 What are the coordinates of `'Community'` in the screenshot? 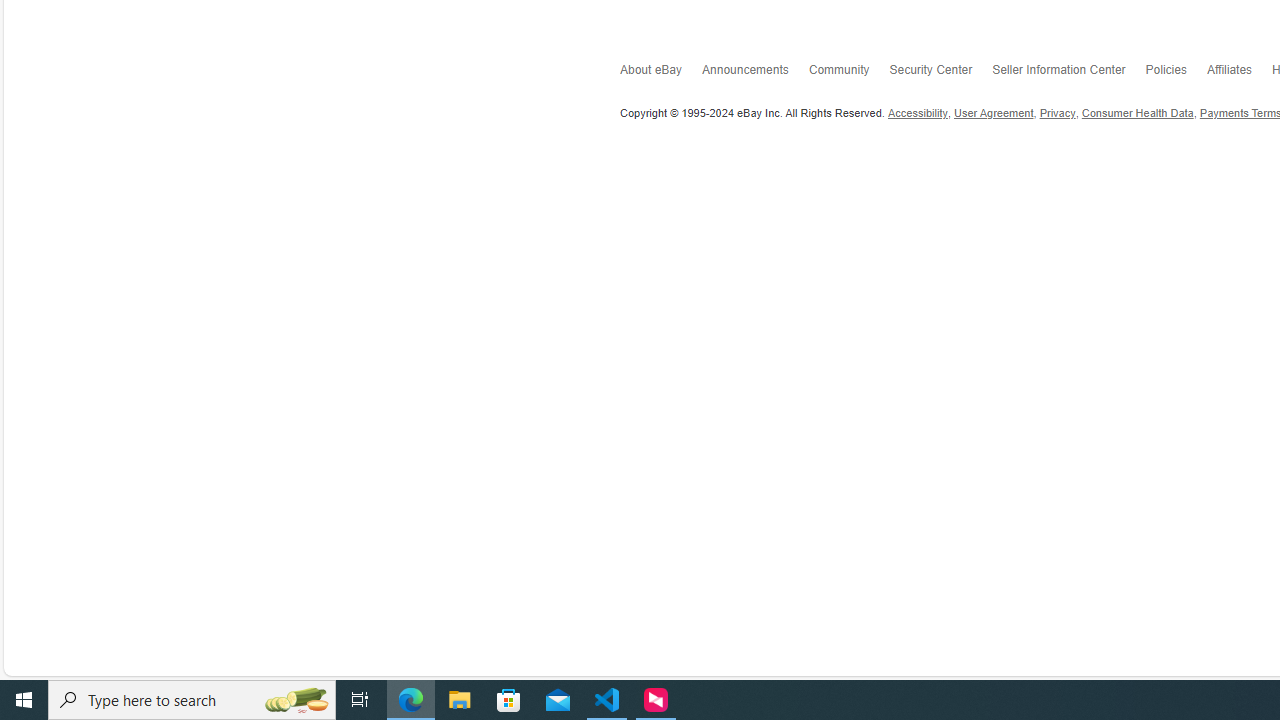 It's located at (848, 72).